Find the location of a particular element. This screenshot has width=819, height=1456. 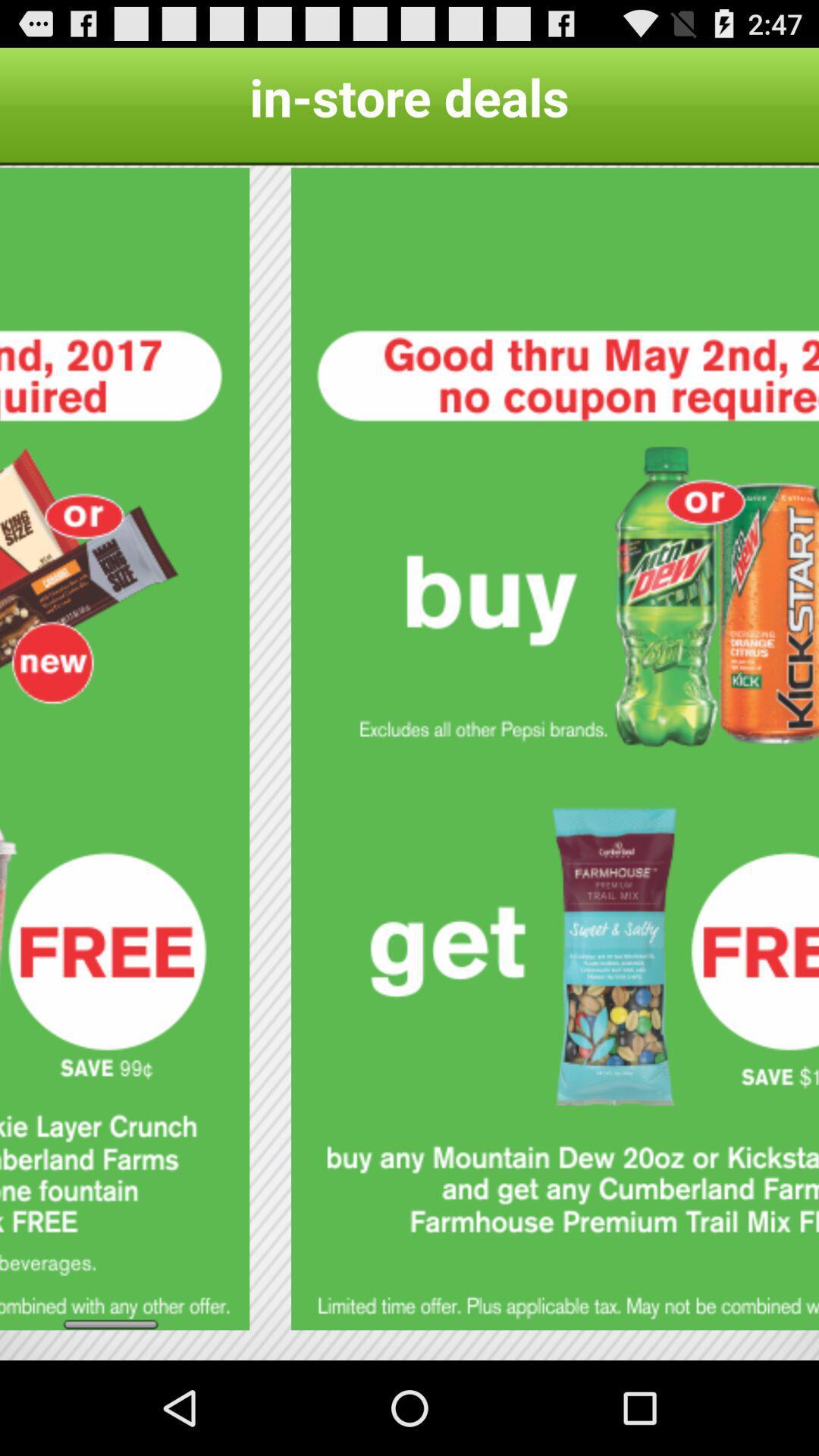

icon below the in-store deals icon is located at coordinates (555, 748).